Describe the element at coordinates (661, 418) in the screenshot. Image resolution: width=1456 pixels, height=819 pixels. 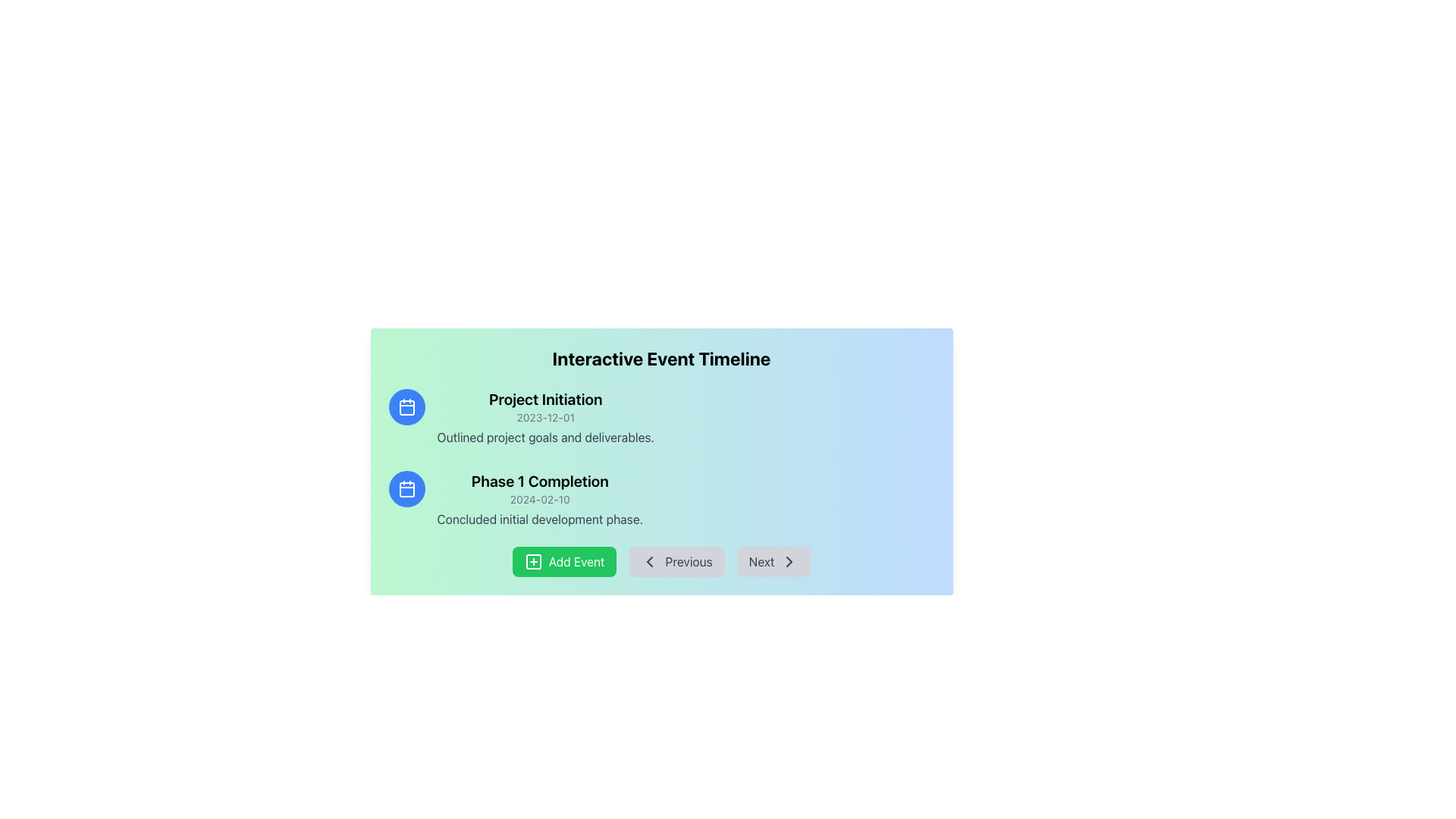
I see `the first Informational Card in the Interactive Event Timeline` at that location.